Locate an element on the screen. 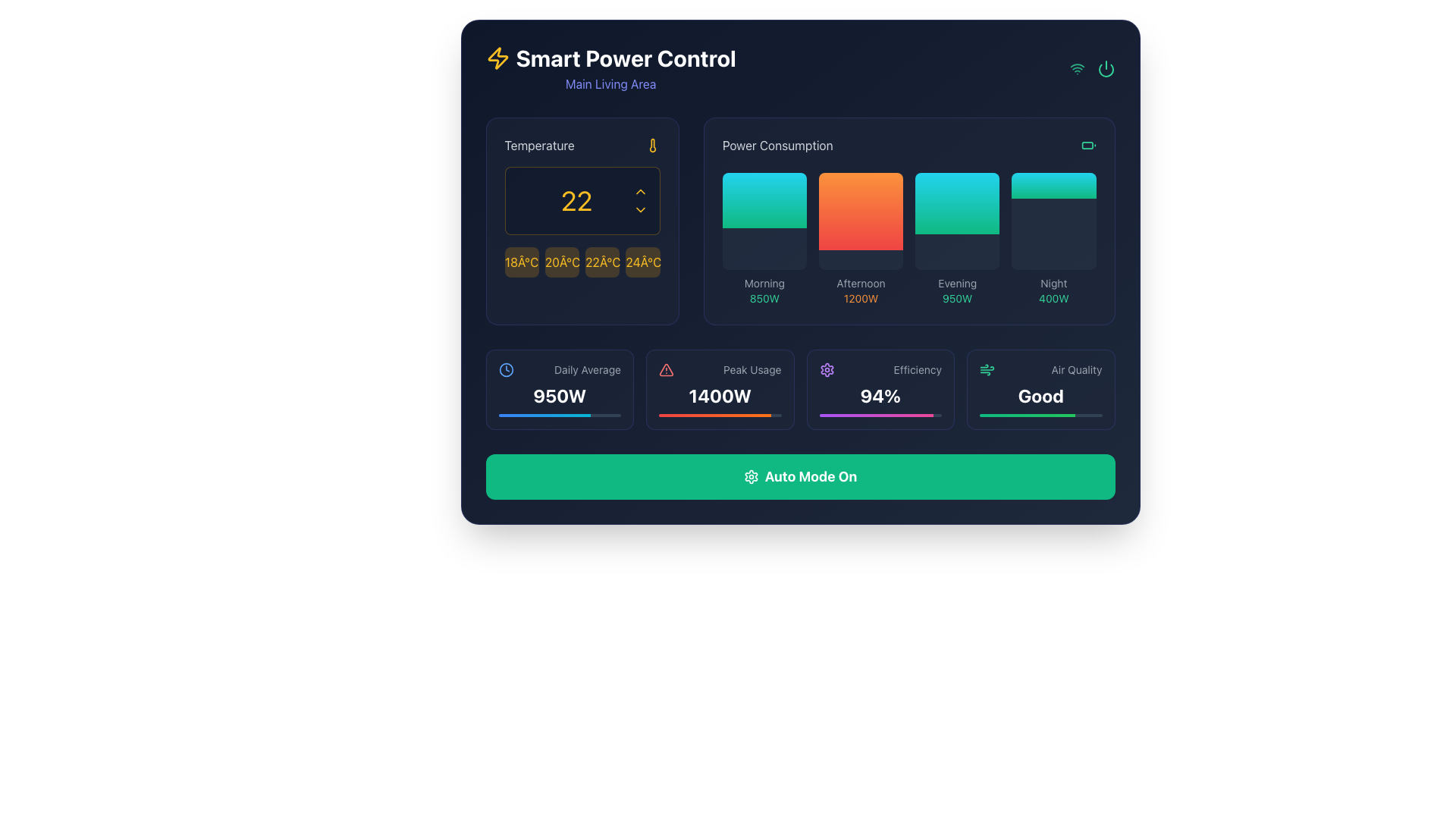  the '18°C' button in the Temperature section is located at coordinates (522, 262).